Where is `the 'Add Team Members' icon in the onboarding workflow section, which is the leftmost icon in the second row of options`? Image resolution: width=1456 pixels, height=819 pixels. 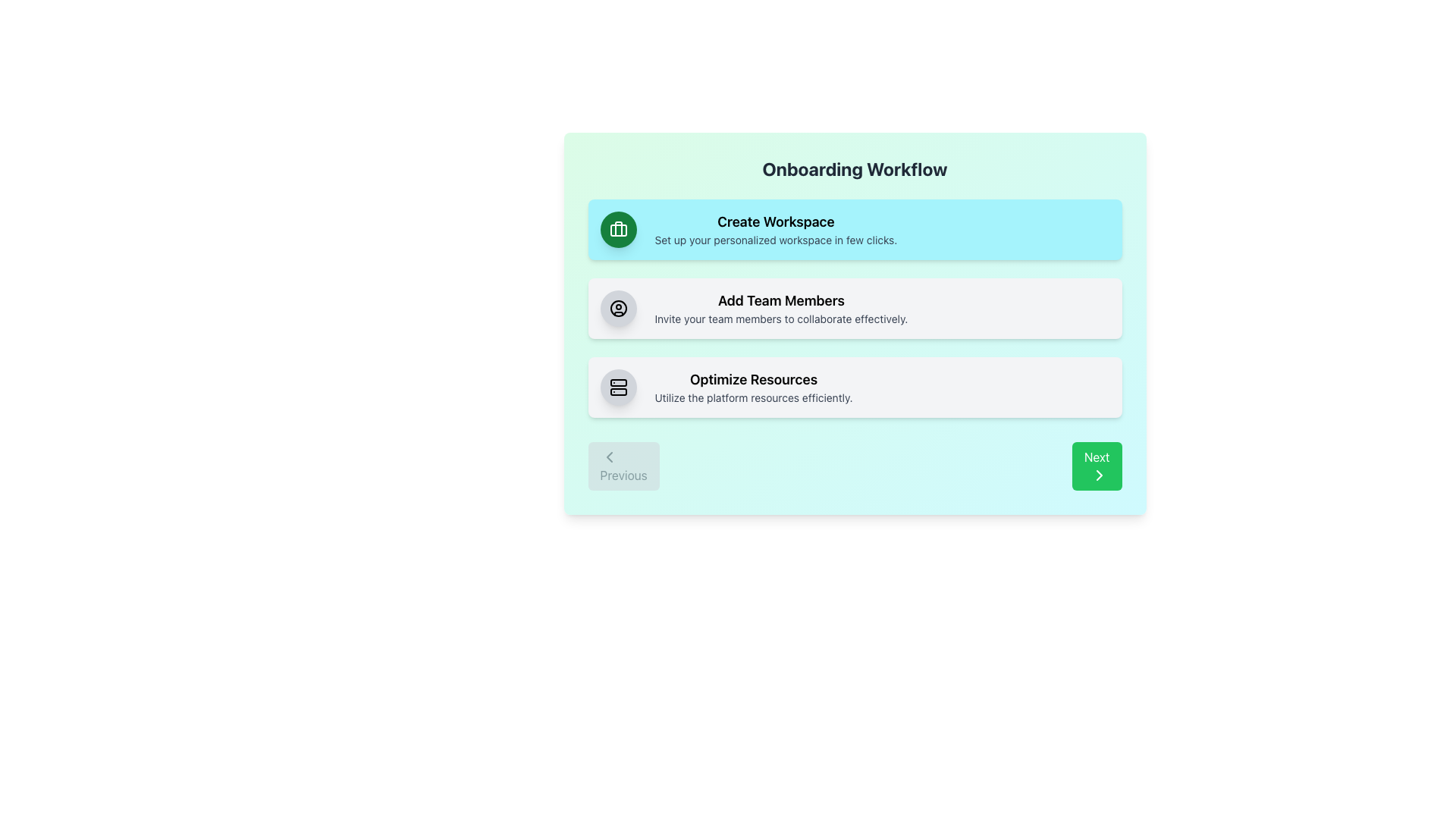
the 'Add Team Members' icon in the onboarding workflow section, which is the leftmost icon in the second row of options is located at coordinates (618, 308).